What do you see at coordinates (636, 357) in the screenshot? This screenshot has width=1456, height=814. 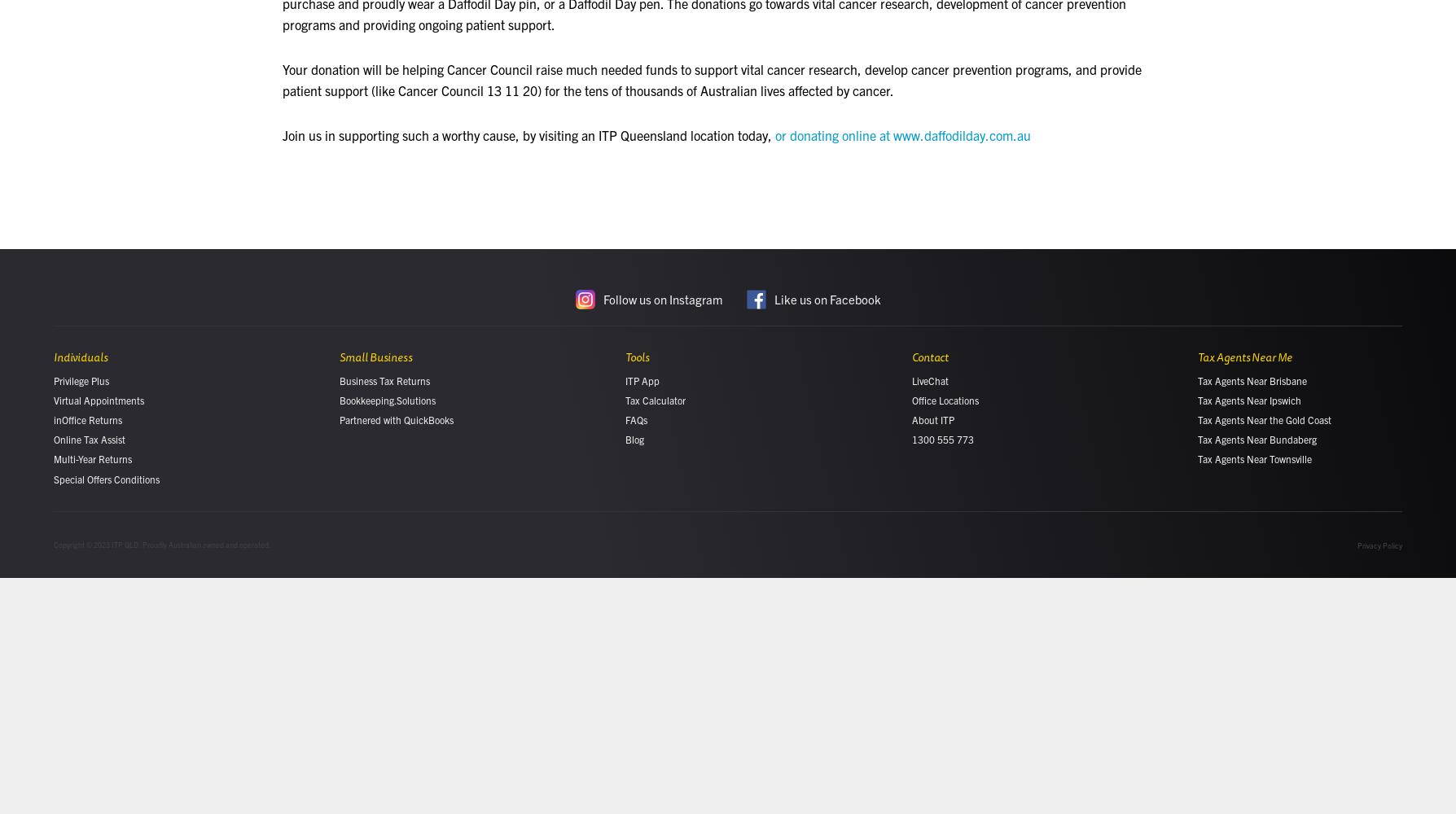 I see `'Tools'` at bounding box center [636, 357].